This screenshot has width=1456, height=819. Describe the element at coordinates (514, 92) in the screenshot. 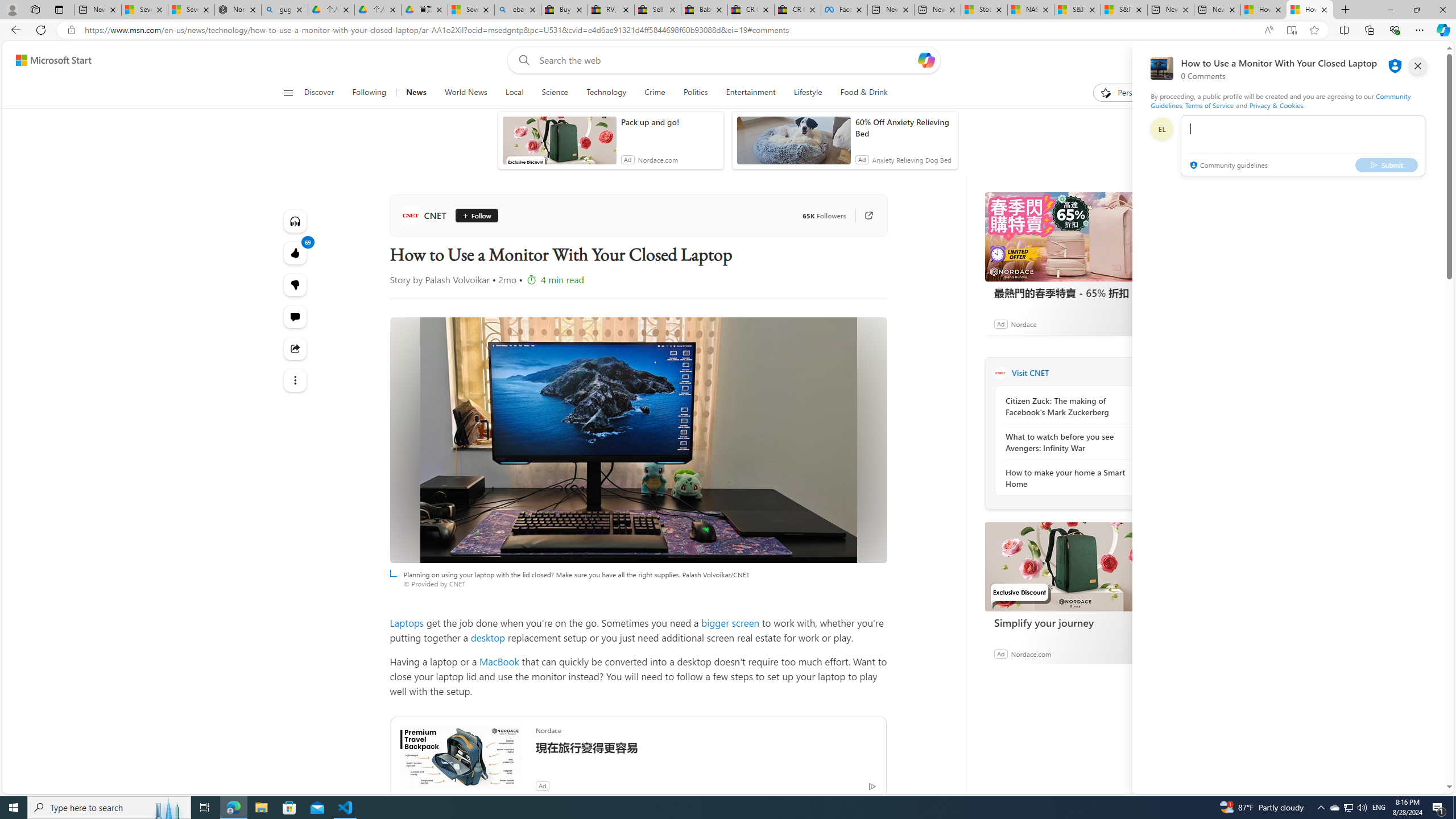

I see `'Local'` at that location.